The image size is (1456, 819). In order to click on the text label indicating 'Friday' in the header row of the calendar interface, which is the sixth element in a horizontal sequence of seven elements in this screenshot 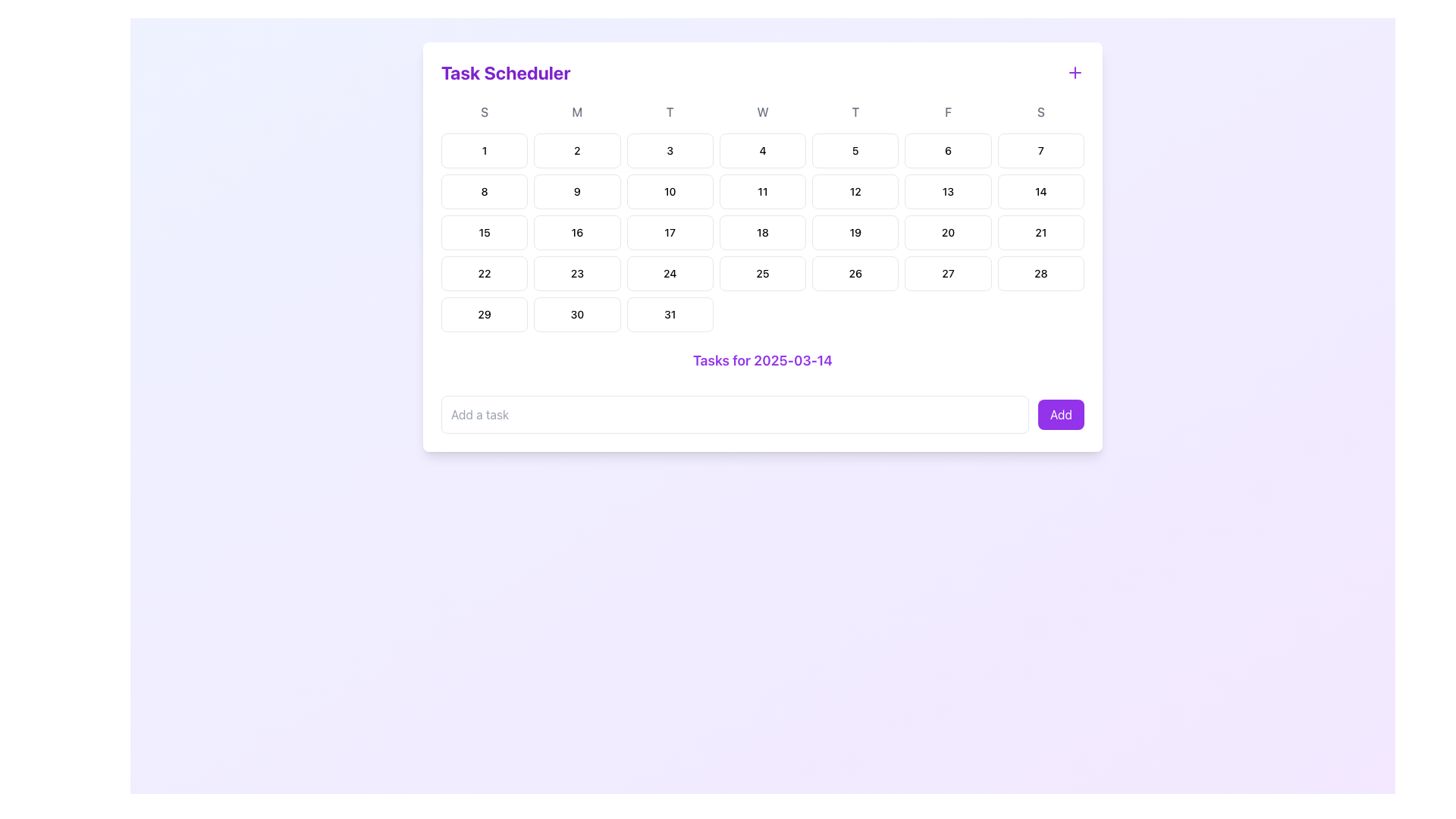, I will do `click(947, 111)`.